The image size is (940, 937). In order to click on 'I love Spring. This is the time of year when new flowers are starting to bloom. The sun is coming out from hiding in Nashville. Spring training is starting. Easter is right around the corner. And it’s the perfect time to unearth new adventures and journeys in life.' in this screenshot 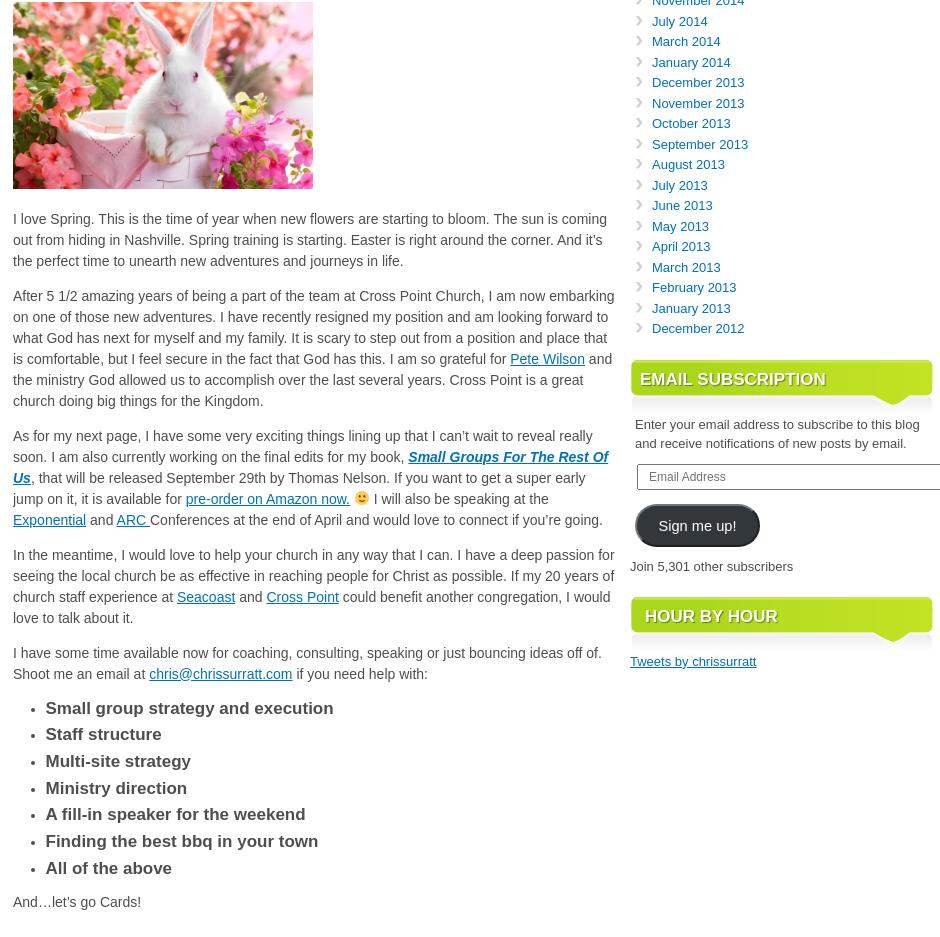, I will do `click(308, 238)`.